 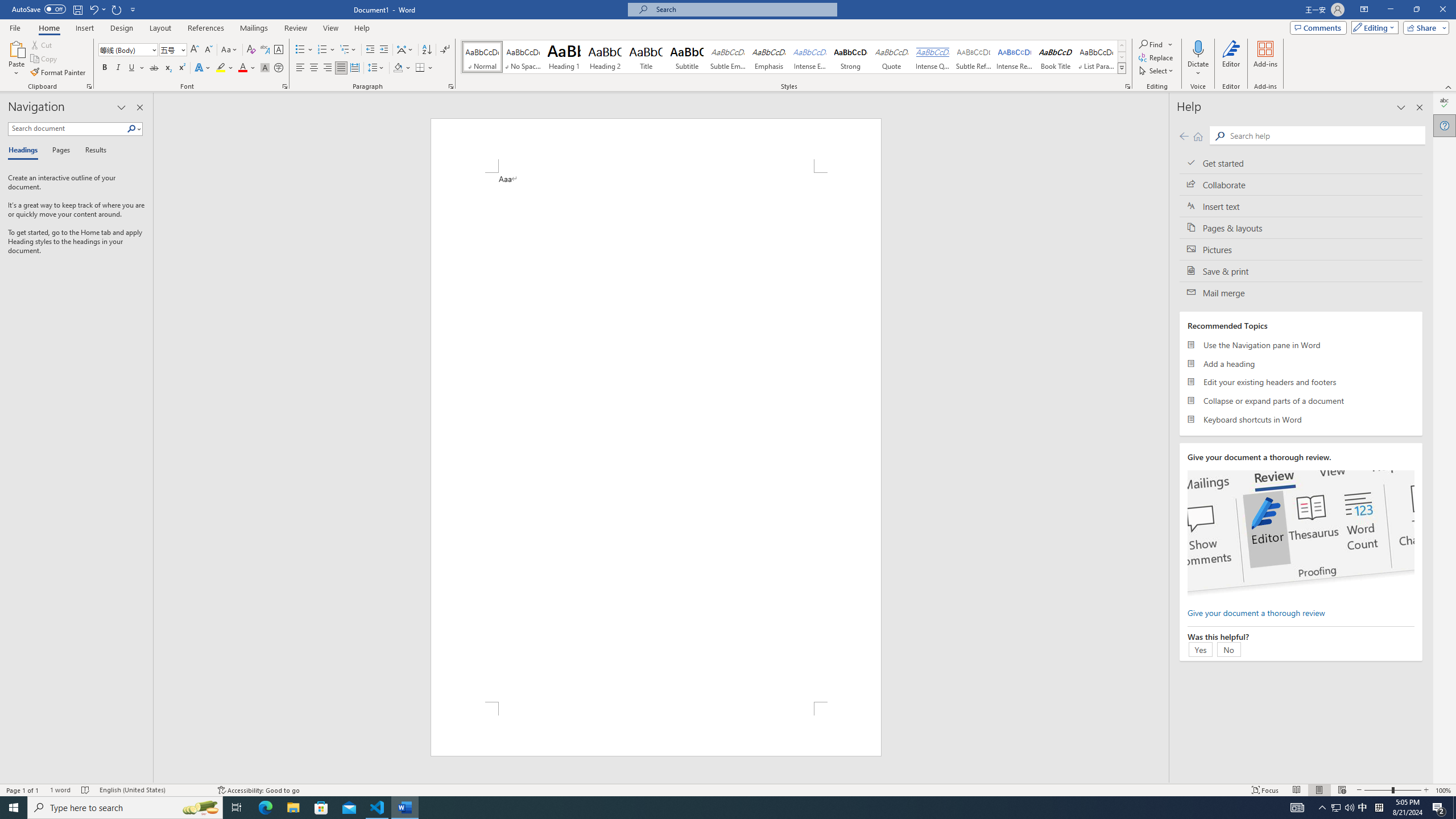 I want to click on 'Save', so click(x=77, y=9).